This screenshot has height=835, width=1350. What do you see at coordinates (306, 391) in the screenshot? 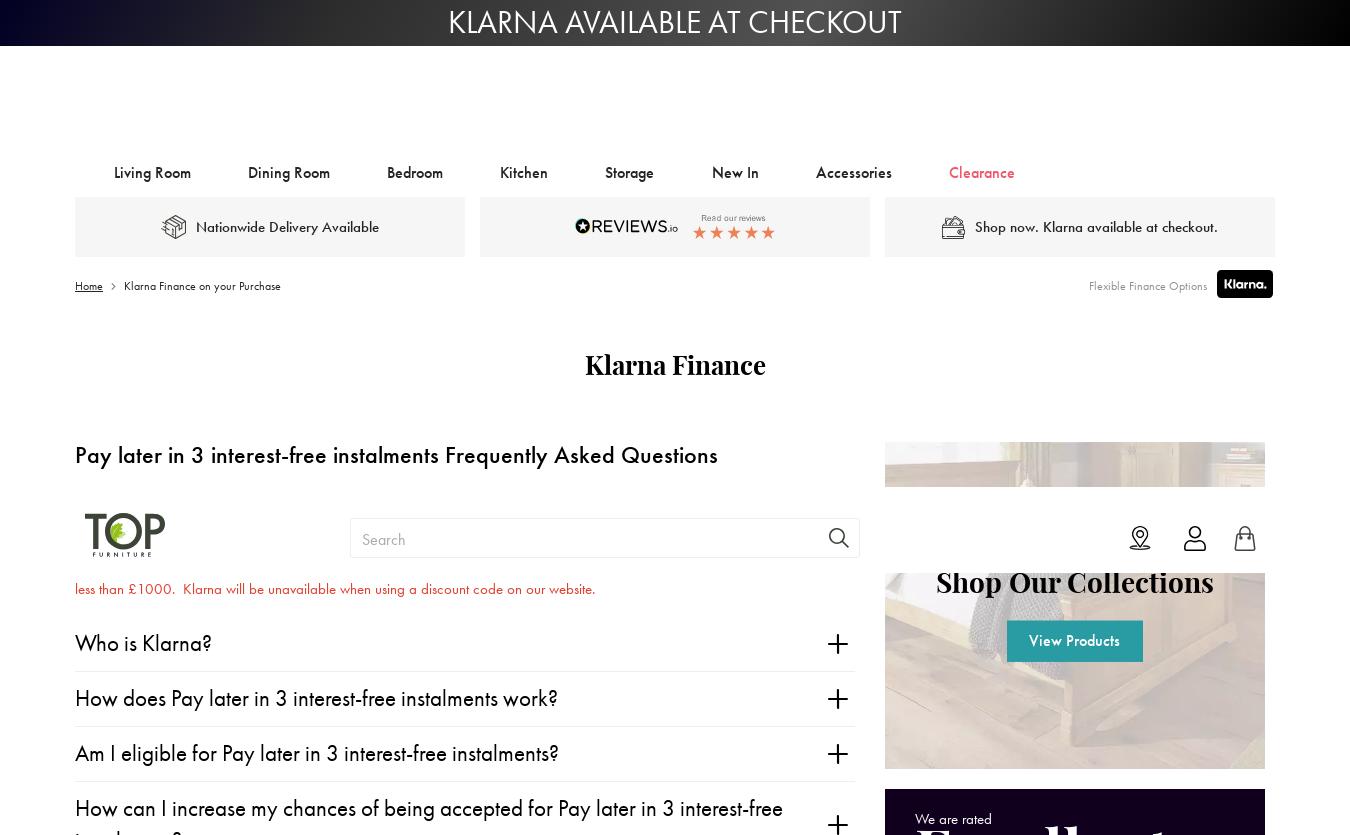
I see `'What do I need to provide when I make a purchase?'` at bounding box center [306, 391].